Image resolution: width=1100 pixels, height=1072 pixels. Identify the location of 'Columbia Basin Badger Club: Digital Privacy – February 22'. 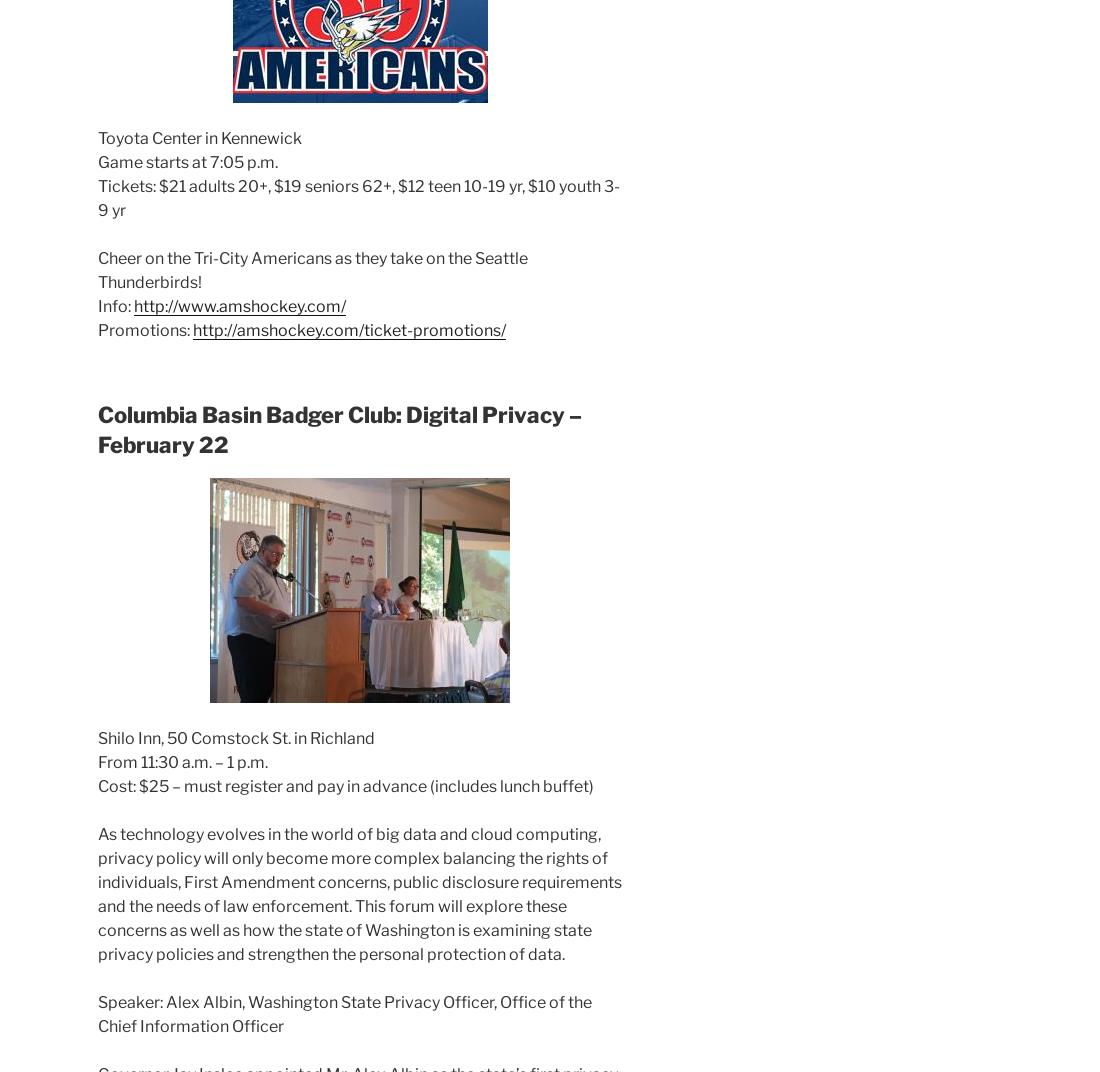
(339, 428).